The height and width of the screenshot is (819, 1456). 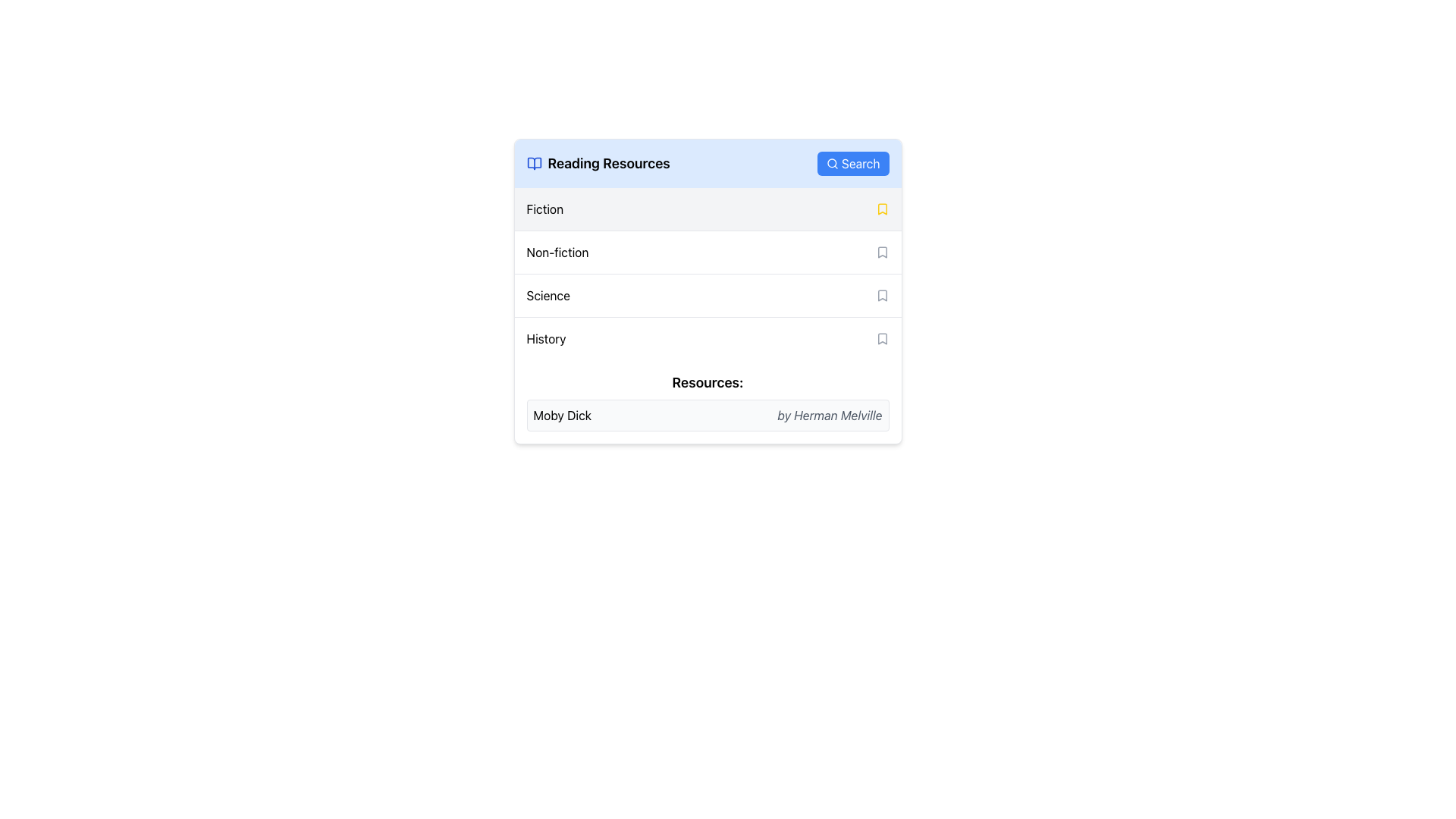 What do you see at coordinates (882, 338) in the screenshot?
I see `the gray bookmark icon with rounded edges located in the 'History' row, positioned on the far right side of the row` at bounding box center [882, 338].